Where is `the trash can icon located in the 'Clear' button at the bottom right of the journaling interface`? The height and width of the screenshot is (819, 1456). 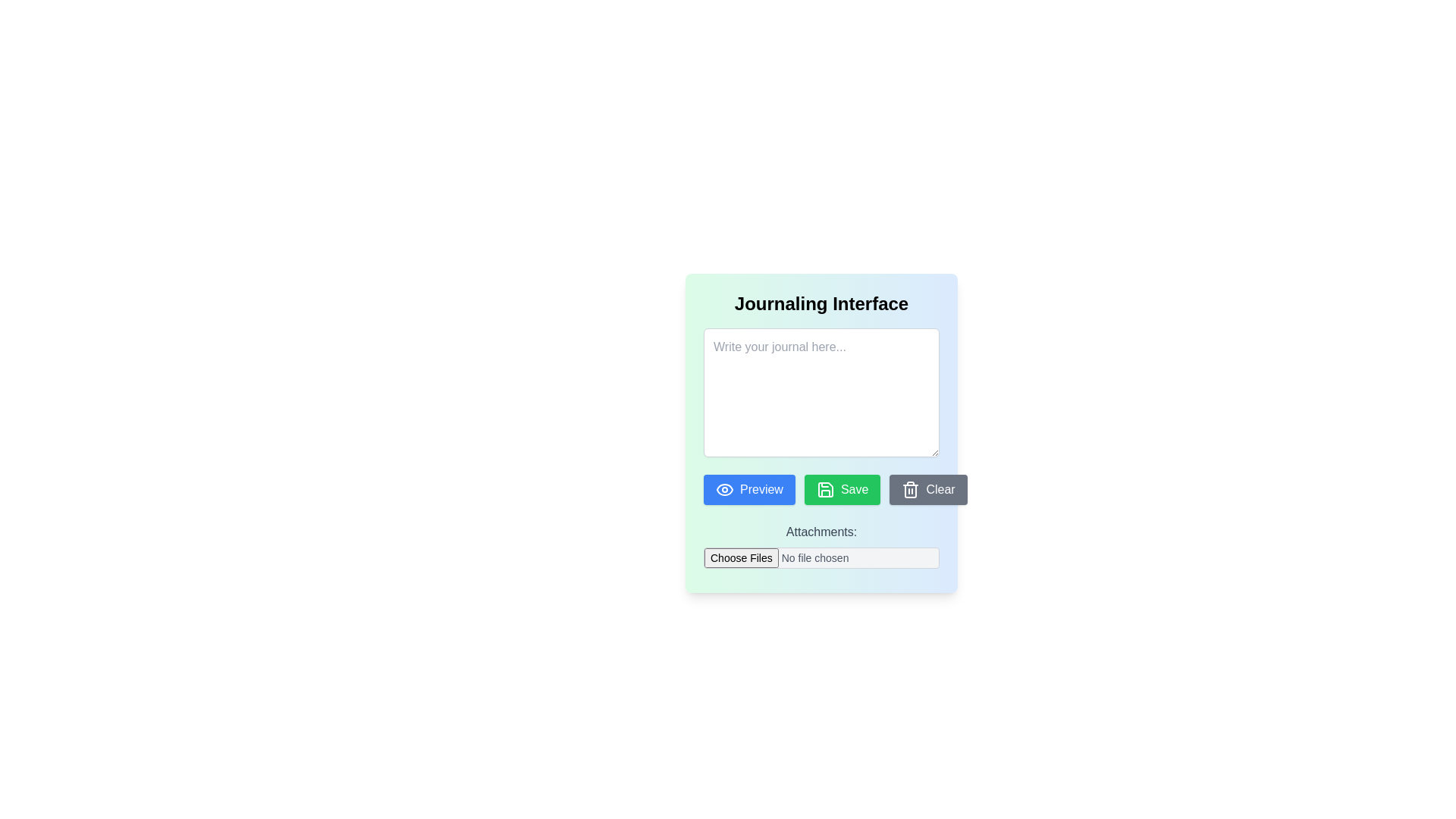 the trash can icon located in the 'Clear' button at the bottom right of the journaling interface is located at coordinates (910, 489).